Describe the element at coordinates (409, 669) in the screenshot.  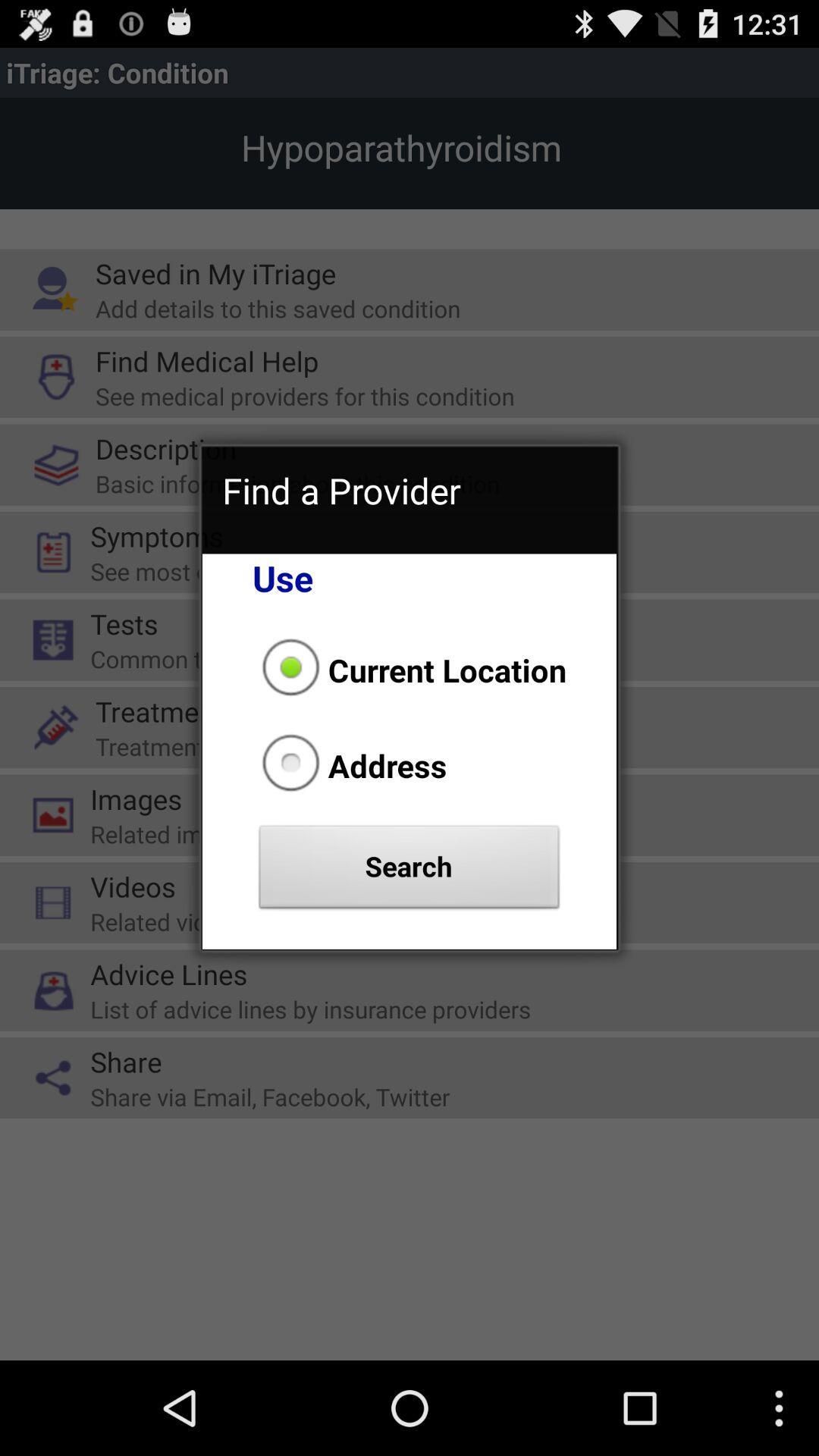
I see `the app below the use` at that location.